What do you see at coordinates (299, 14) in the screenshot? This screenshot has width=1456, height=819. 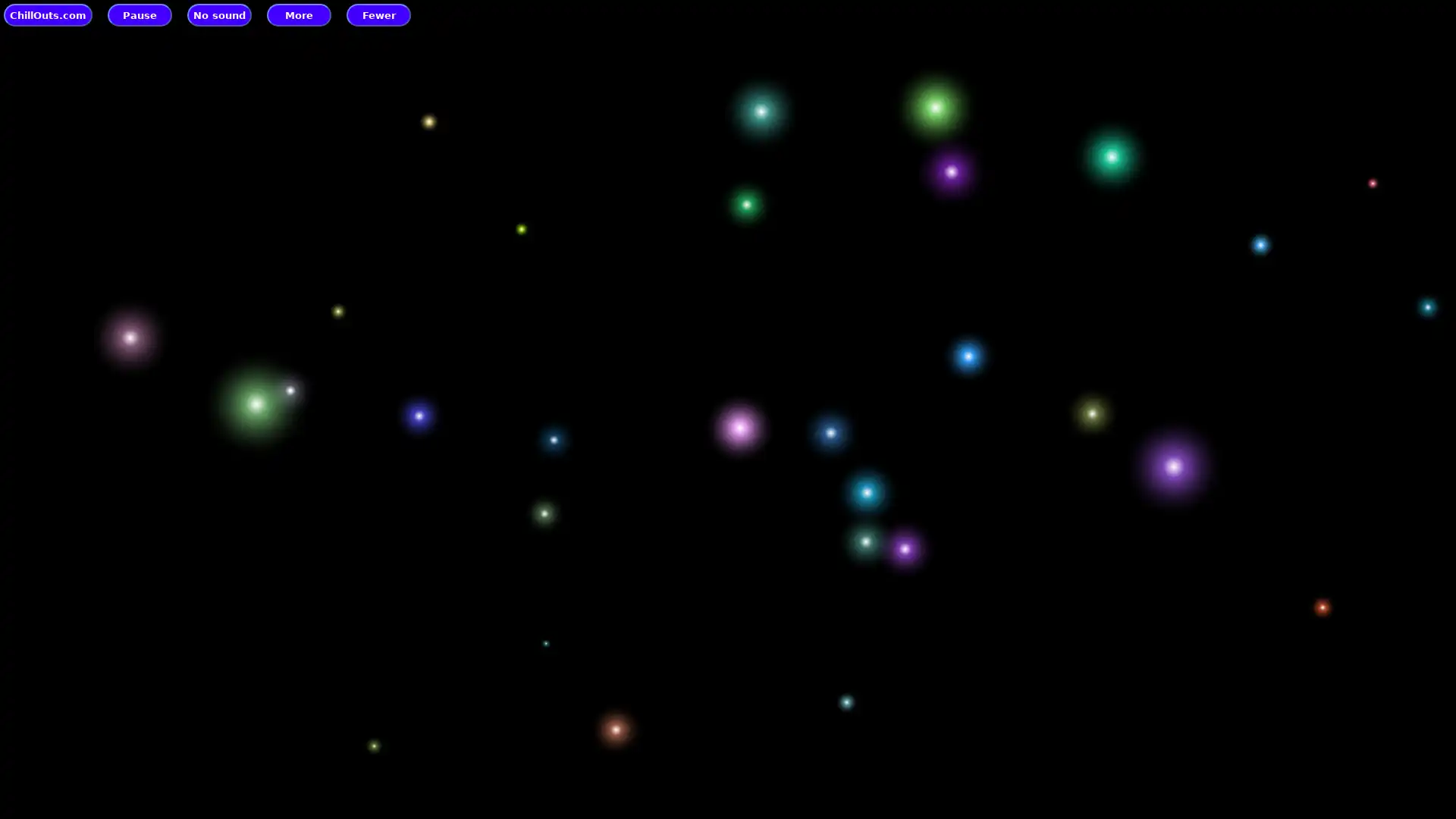 I see `More` at bounding box center [299, 14].